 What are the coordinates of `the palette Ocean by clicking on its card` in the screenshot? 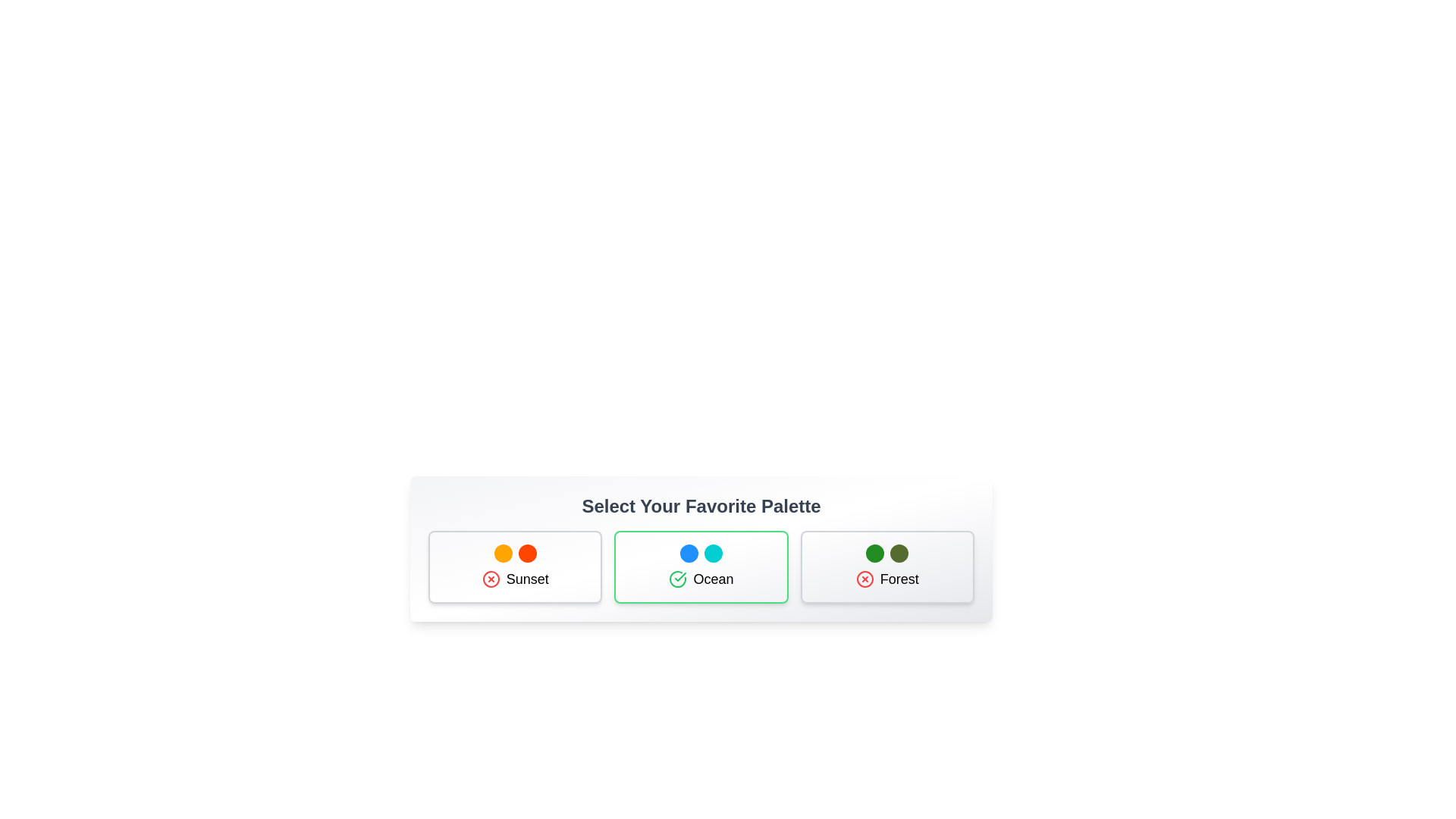 It's located at (701, 567).